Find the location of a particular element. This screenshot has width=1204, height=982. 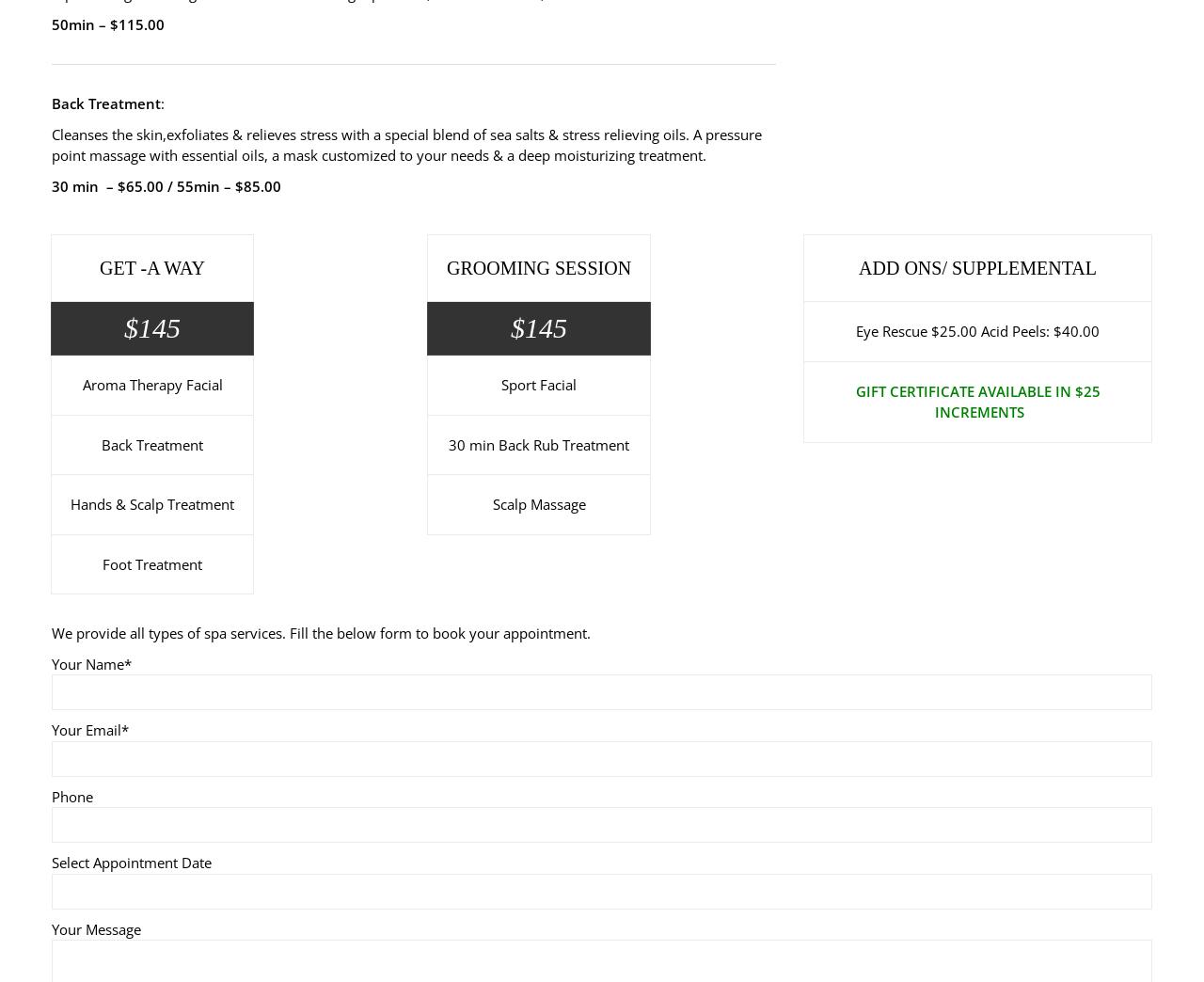

'Select Appointment Date' is located at coordinates (131, 862).